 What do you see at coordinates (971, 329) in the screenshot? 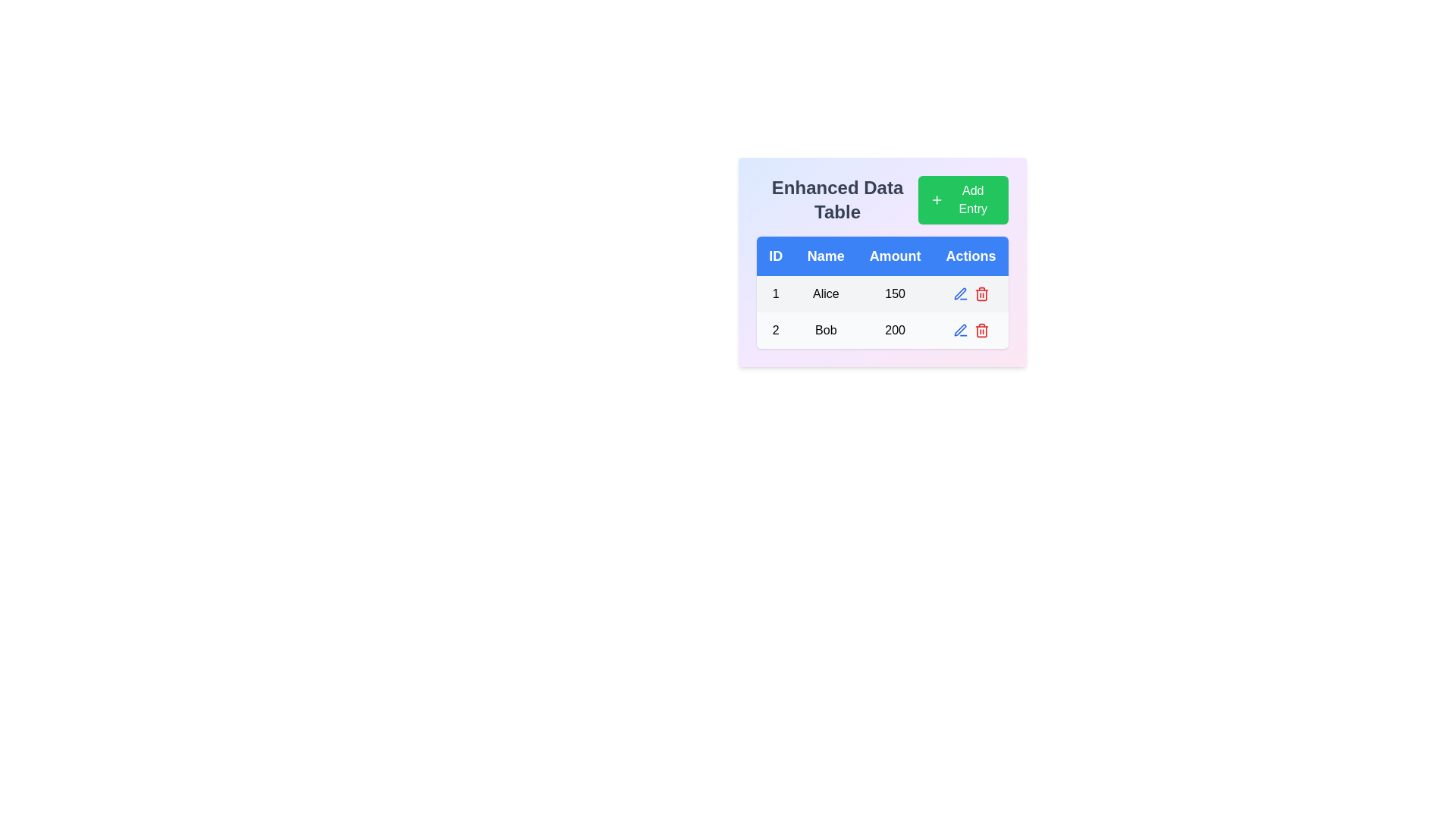
I see `the red trash bin icon within the Interactive control group` at bounding box center [971, 329].